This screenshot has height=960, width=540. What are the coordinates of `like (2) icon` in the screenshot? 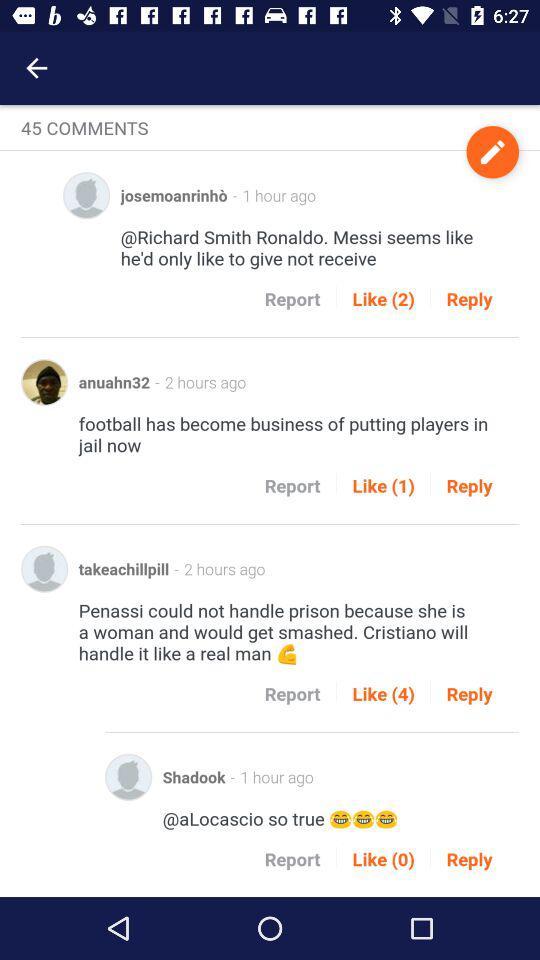 It's located at (383, 297).